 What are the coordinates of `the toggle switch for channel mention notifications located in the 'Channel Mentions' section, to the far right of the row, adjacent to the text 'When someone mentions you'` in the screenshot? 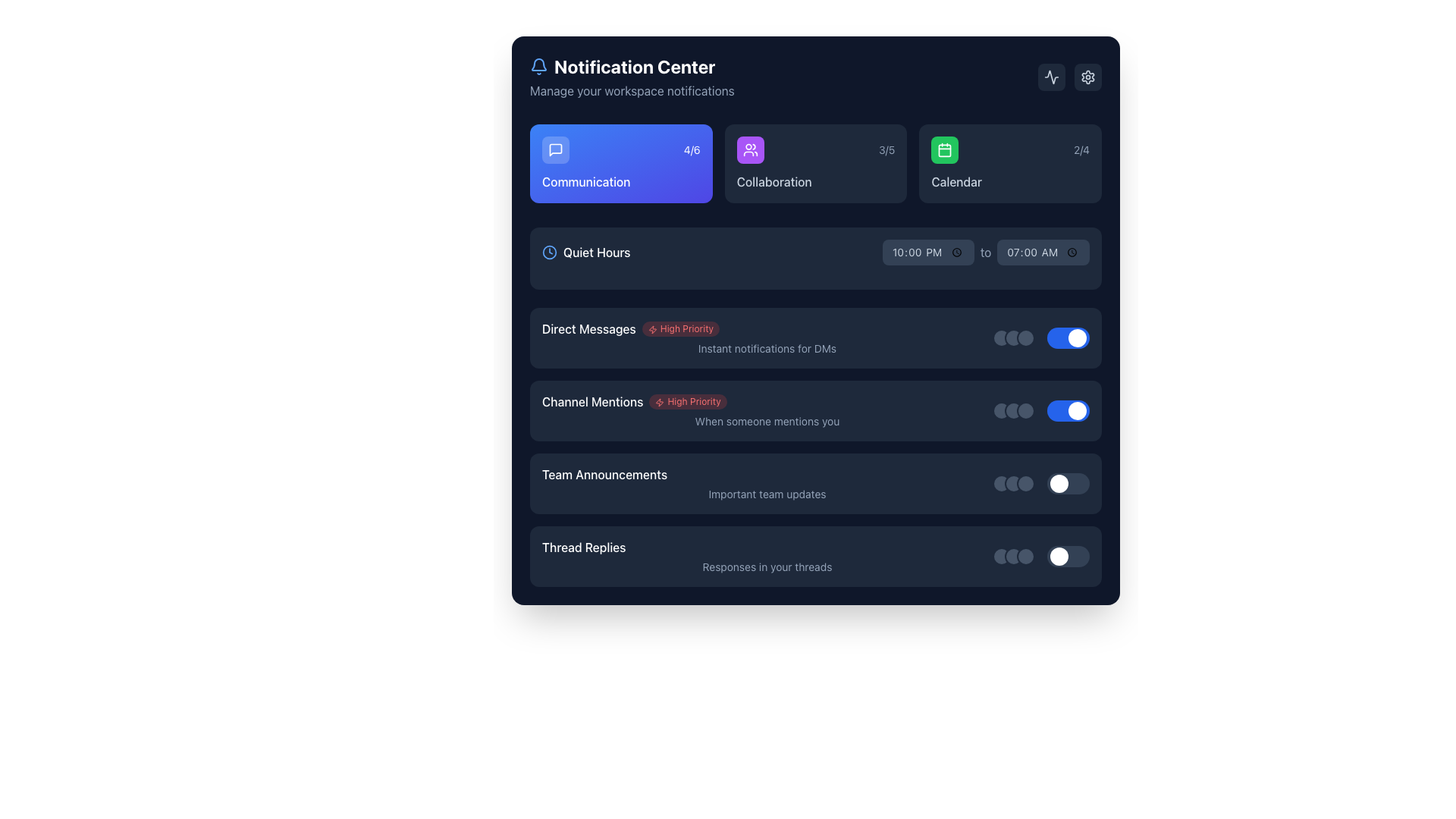 It's located at (1040, 411).